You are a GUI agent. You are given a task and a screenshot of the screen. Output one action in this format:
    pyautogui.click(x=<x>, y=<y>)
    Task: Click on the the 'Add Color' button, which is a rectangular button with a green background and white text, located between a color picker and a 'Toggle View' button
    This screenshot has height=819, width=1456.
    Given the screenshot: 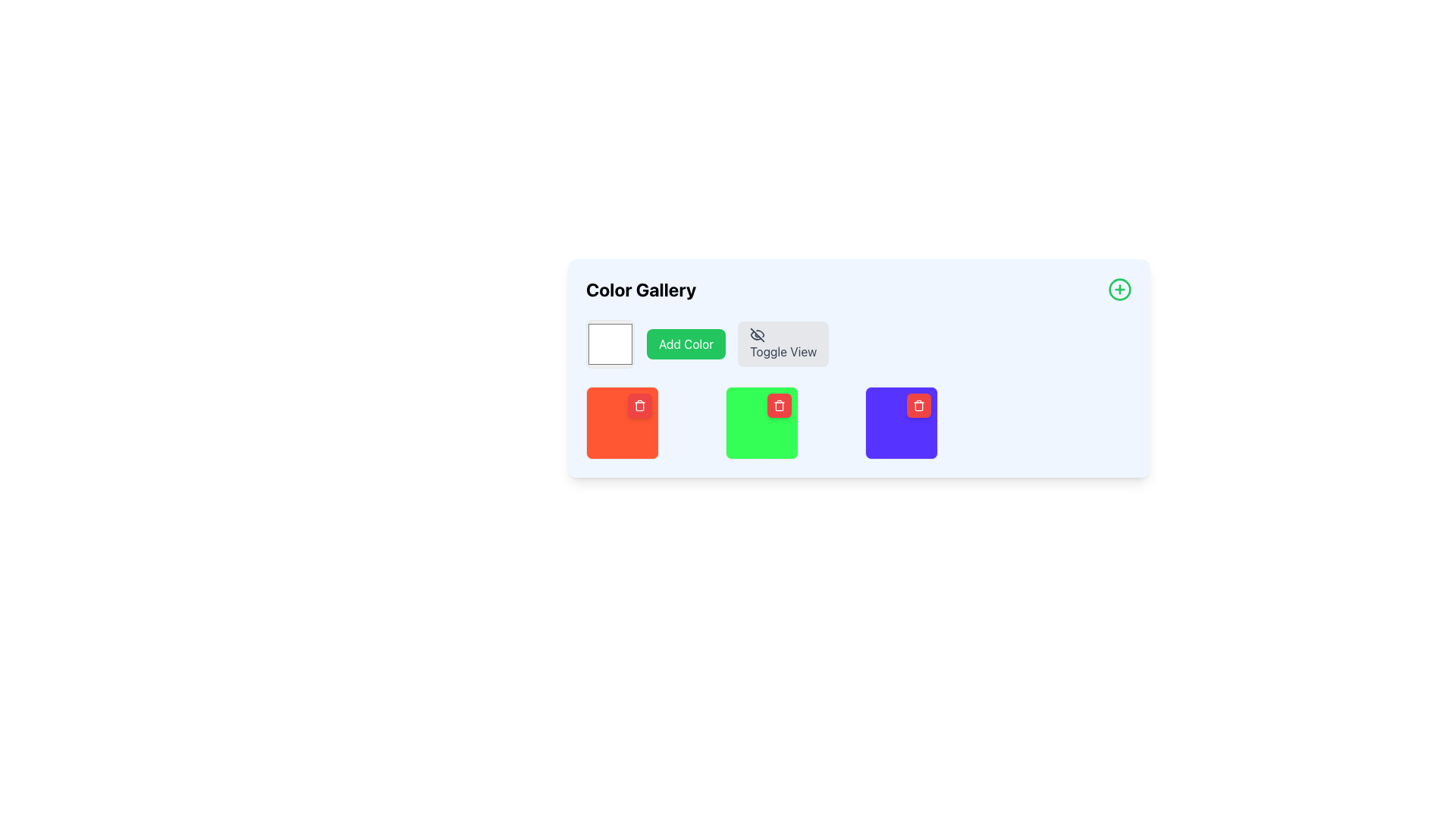 What is the action you would take?
    pyautogui.click(x=686, y=344)
    